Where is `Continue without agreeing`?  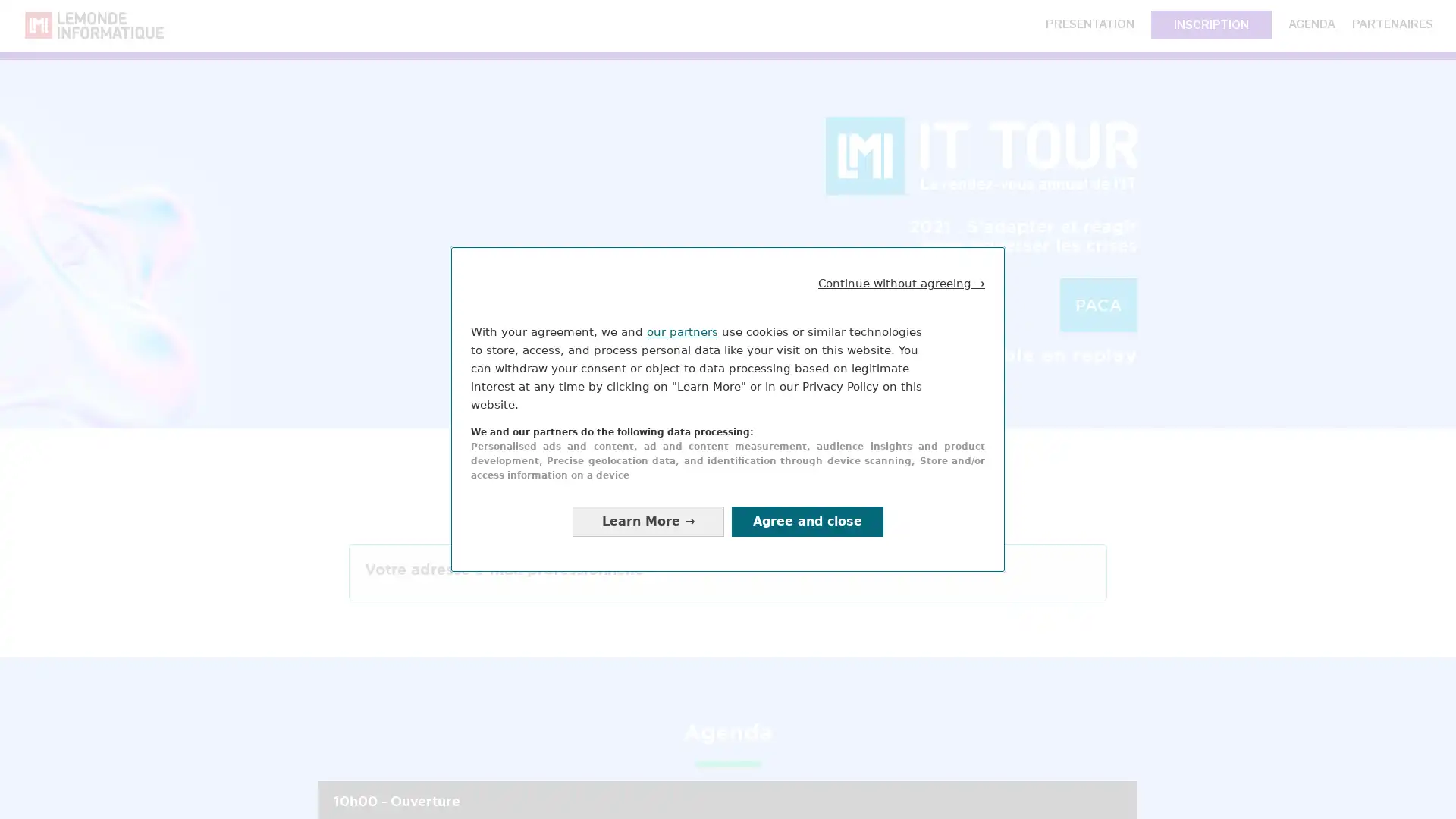
Continue without agreeing is located at coordinates (902, 283).